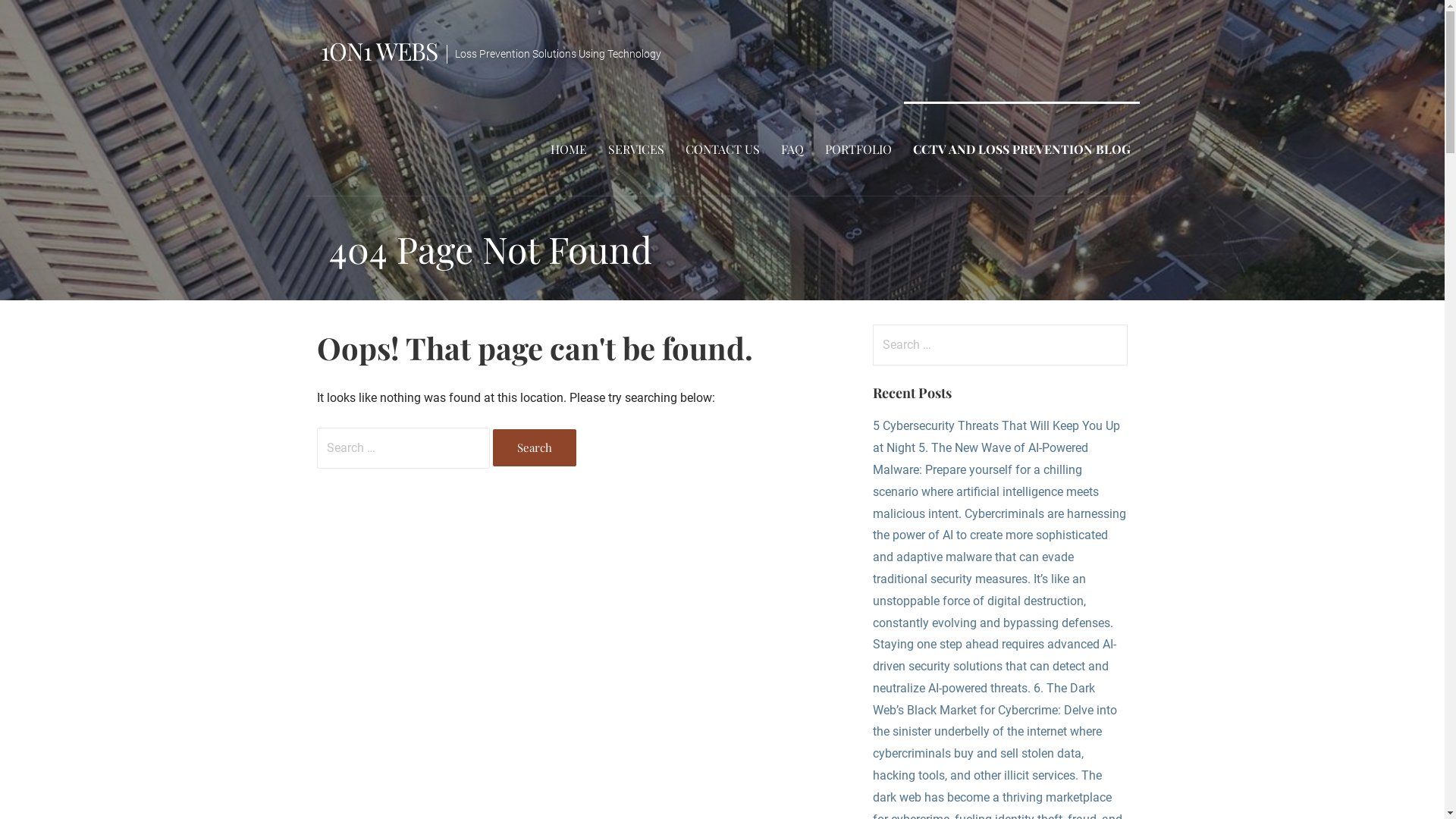  I want to click on 'CONTACT US', so click(722, 149).